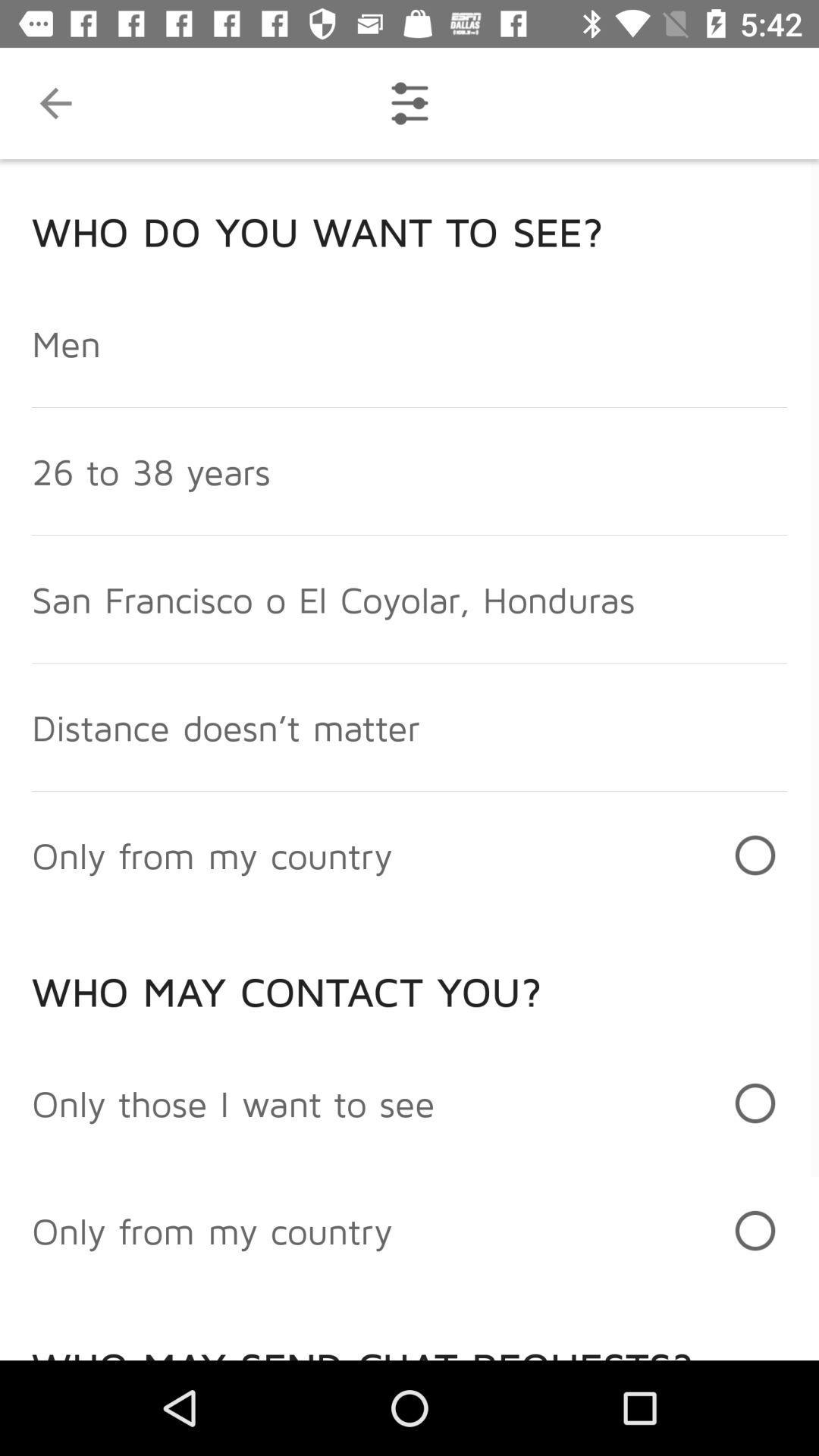 This screenshot has height=1456, width=819. I want to click on the item below who may contact, so click(233, 1103).